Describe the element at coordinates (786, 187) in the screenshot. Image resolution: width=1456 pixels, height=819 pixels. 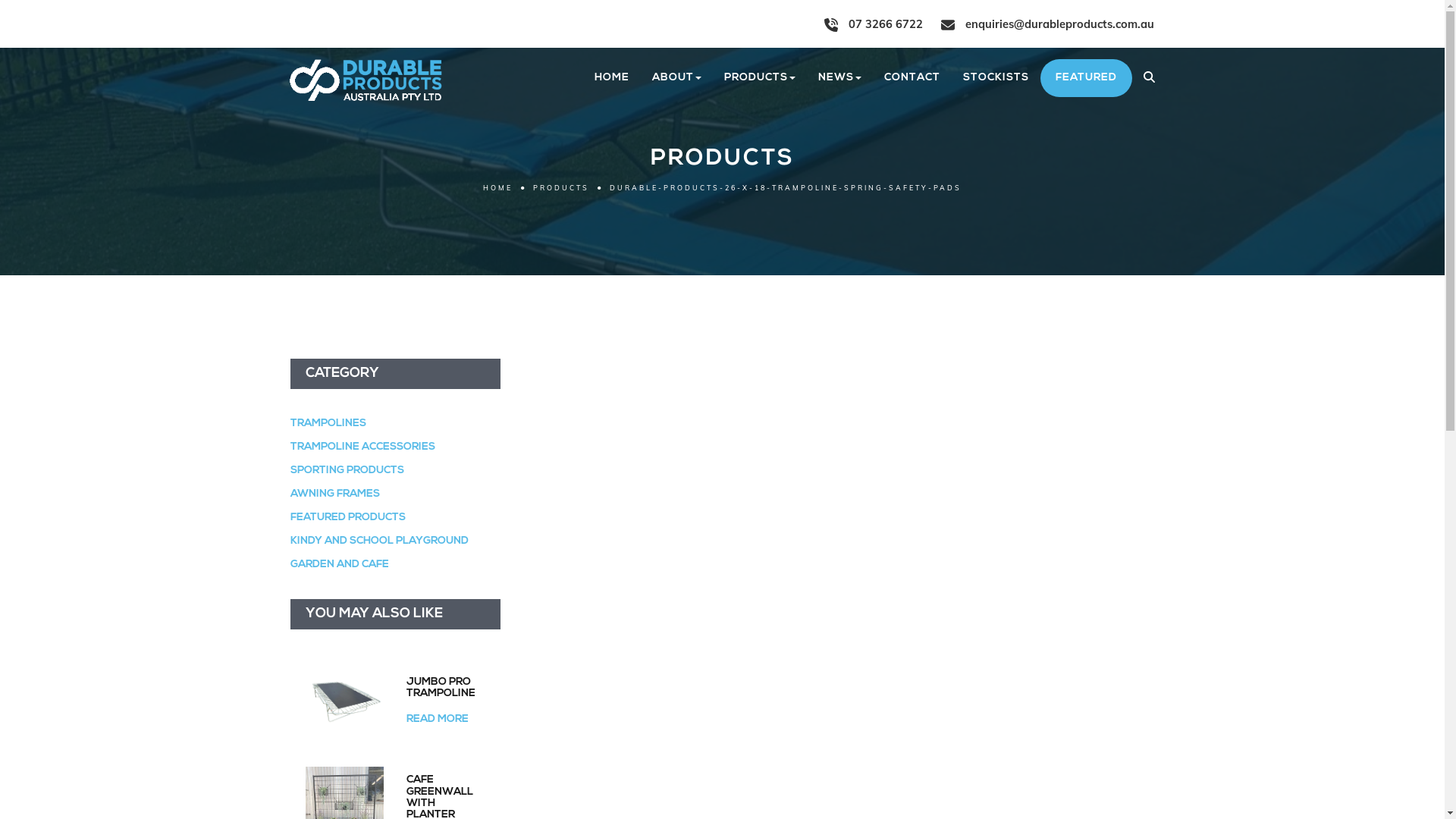
I see `'DURABLE-PRODUCTS-26-X-18-TRAMPOLINE-SPRING-SAFETY-PADS'` at that location.